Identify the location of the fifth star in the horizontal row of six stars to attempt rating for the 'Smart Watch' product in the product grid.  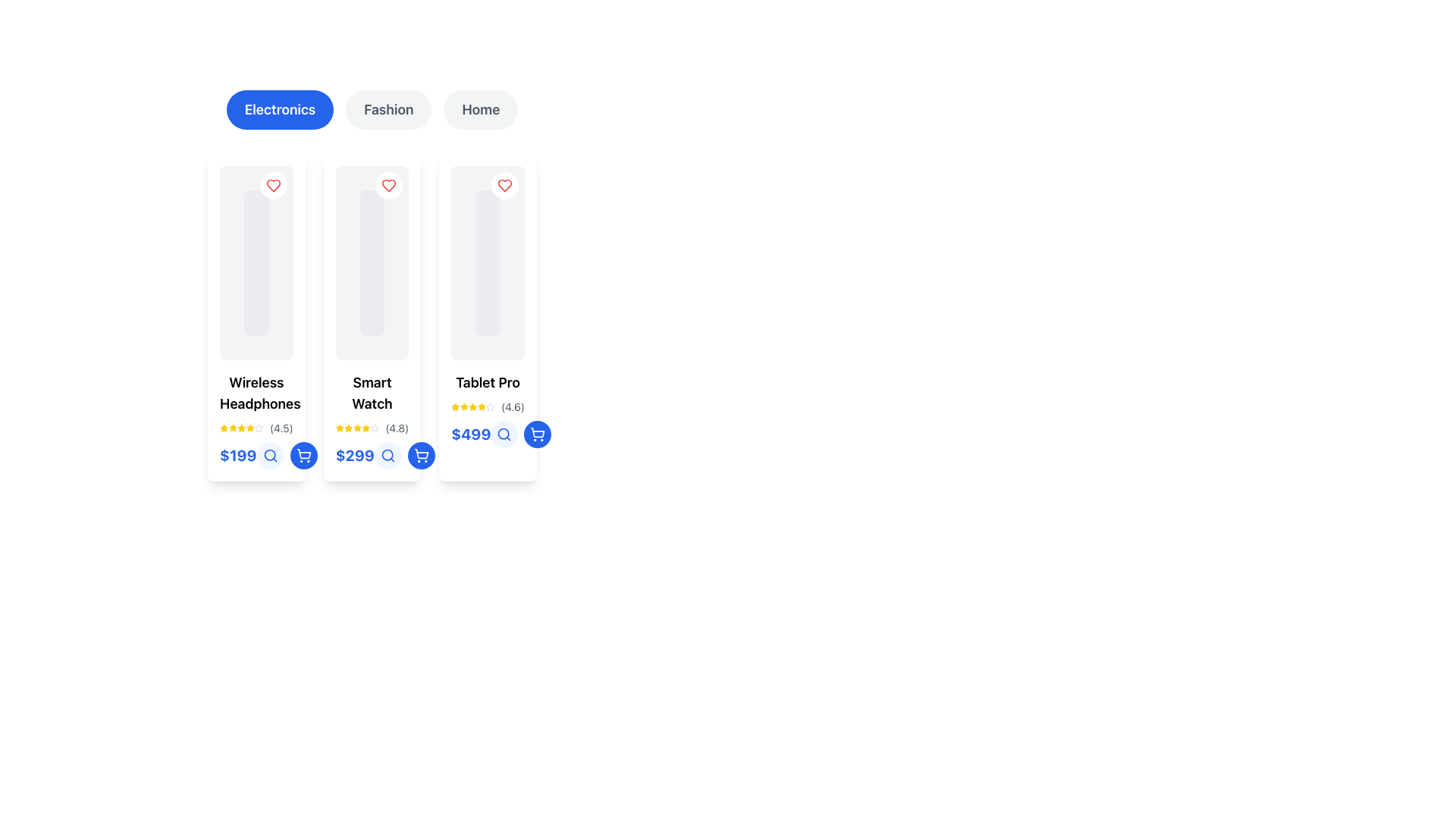
(375, 428).